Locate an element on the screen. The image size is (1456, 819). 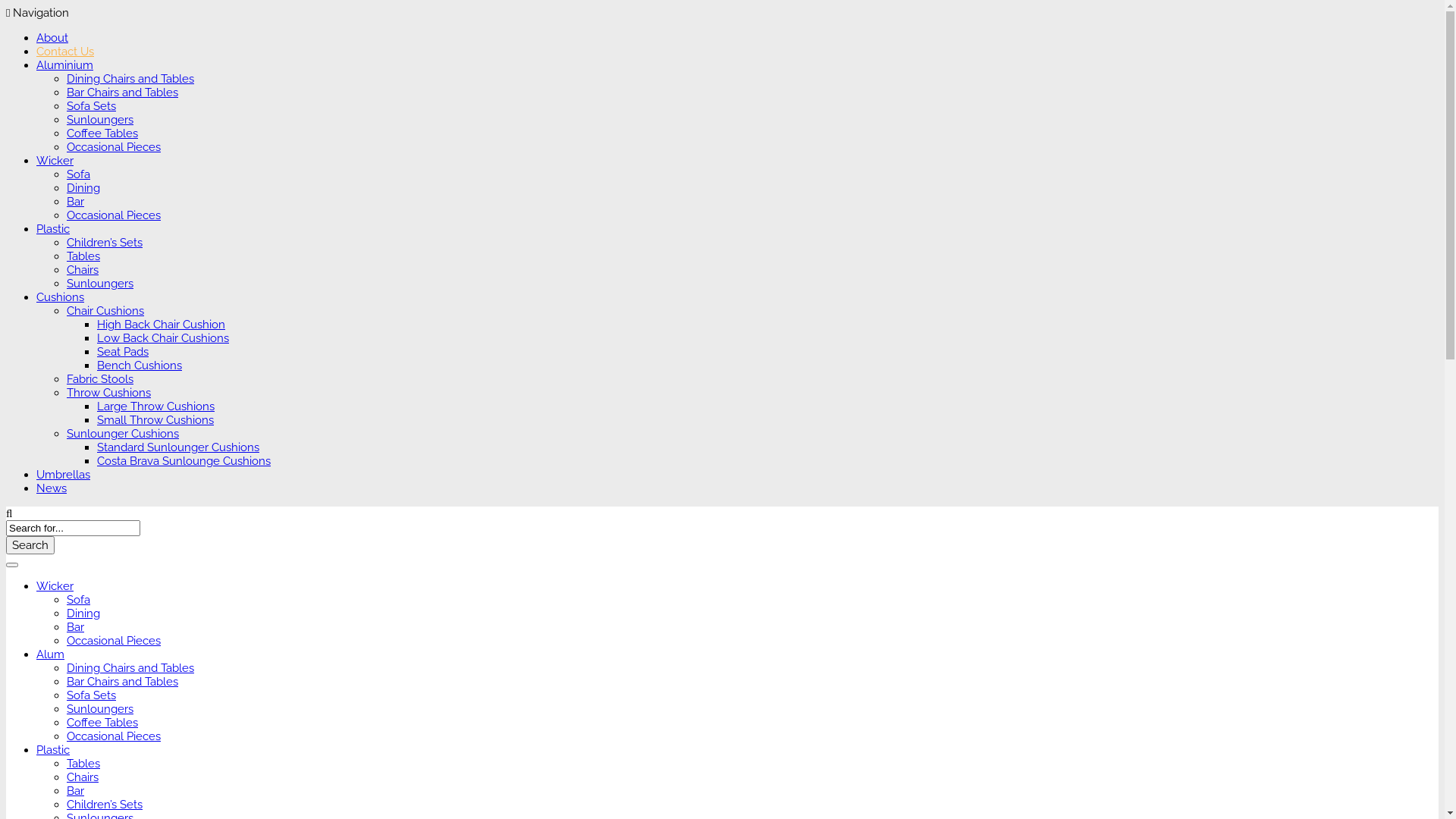
'Seat Pads' is located at coordinates (123, 351).